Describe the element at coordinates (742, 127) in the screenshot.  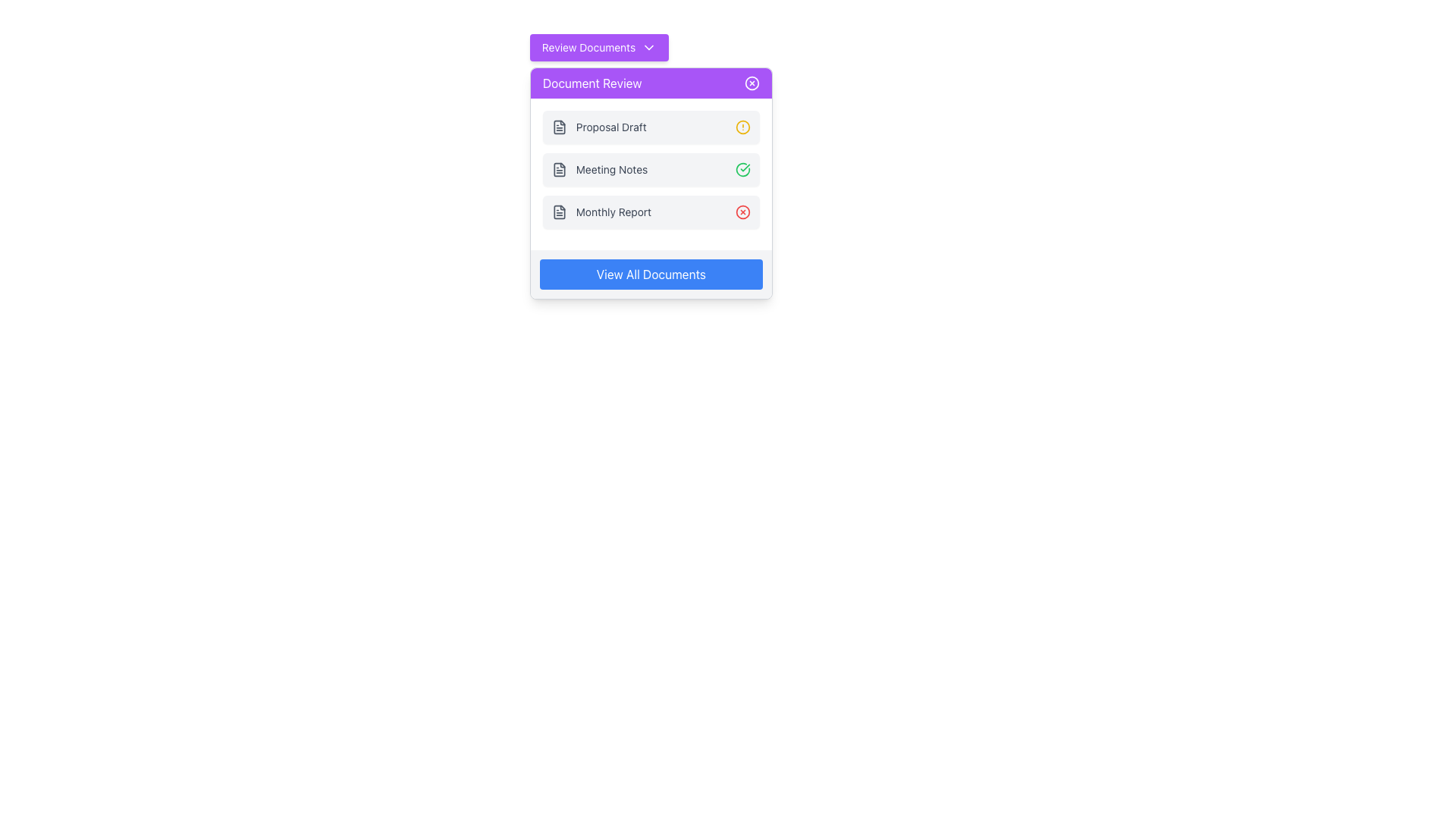
I see `the circular icon with a yellow outline, styled as a warning symbol, located to the right of the 'Proposal Draft' text in the Document Review section's first row` at that location.